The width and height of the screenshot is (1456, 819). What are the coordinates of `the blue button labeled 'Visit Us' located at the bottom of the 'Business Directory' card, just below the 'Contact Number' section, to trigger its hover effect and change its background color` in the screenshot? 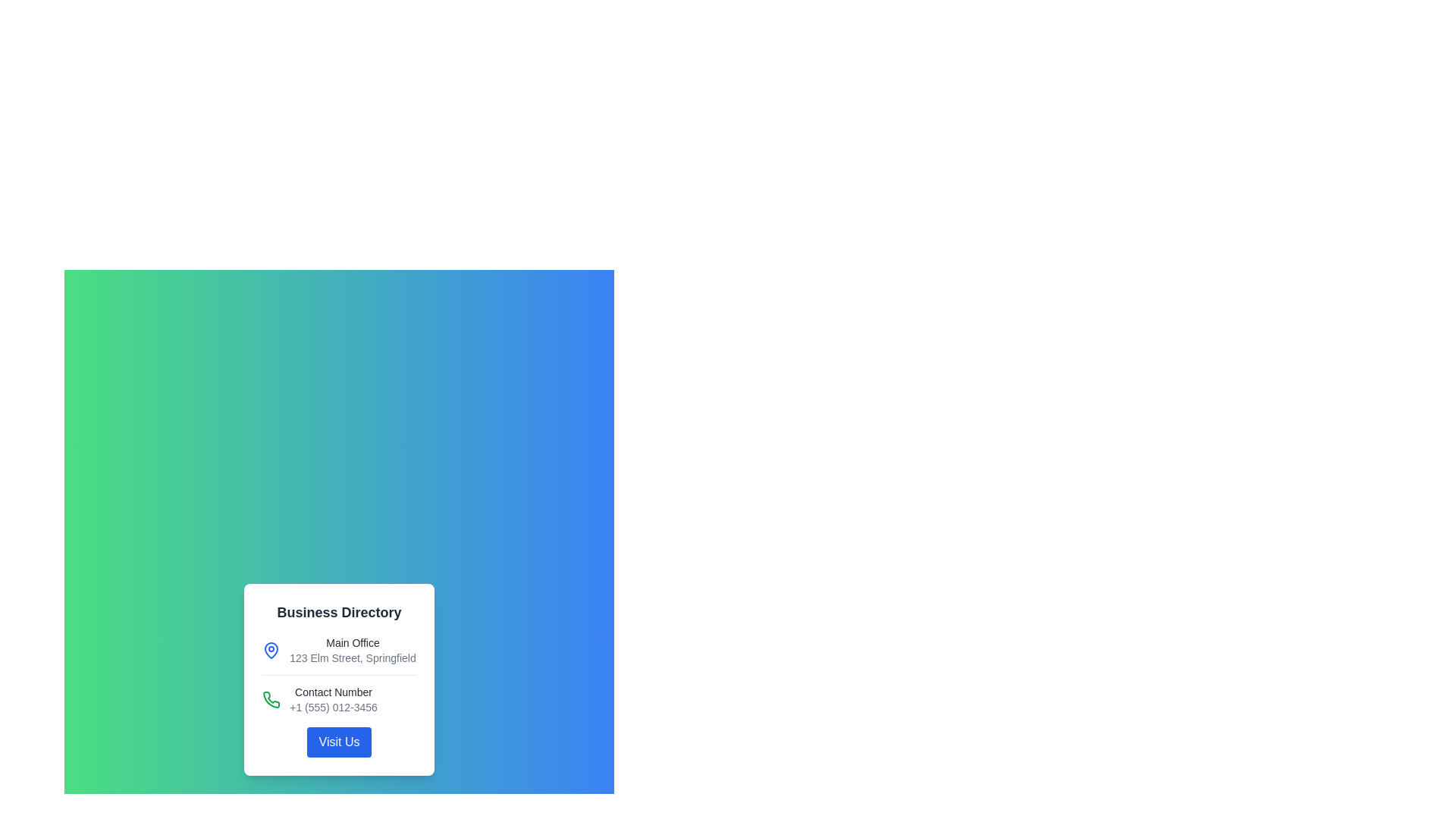 It's located at (338, 741).